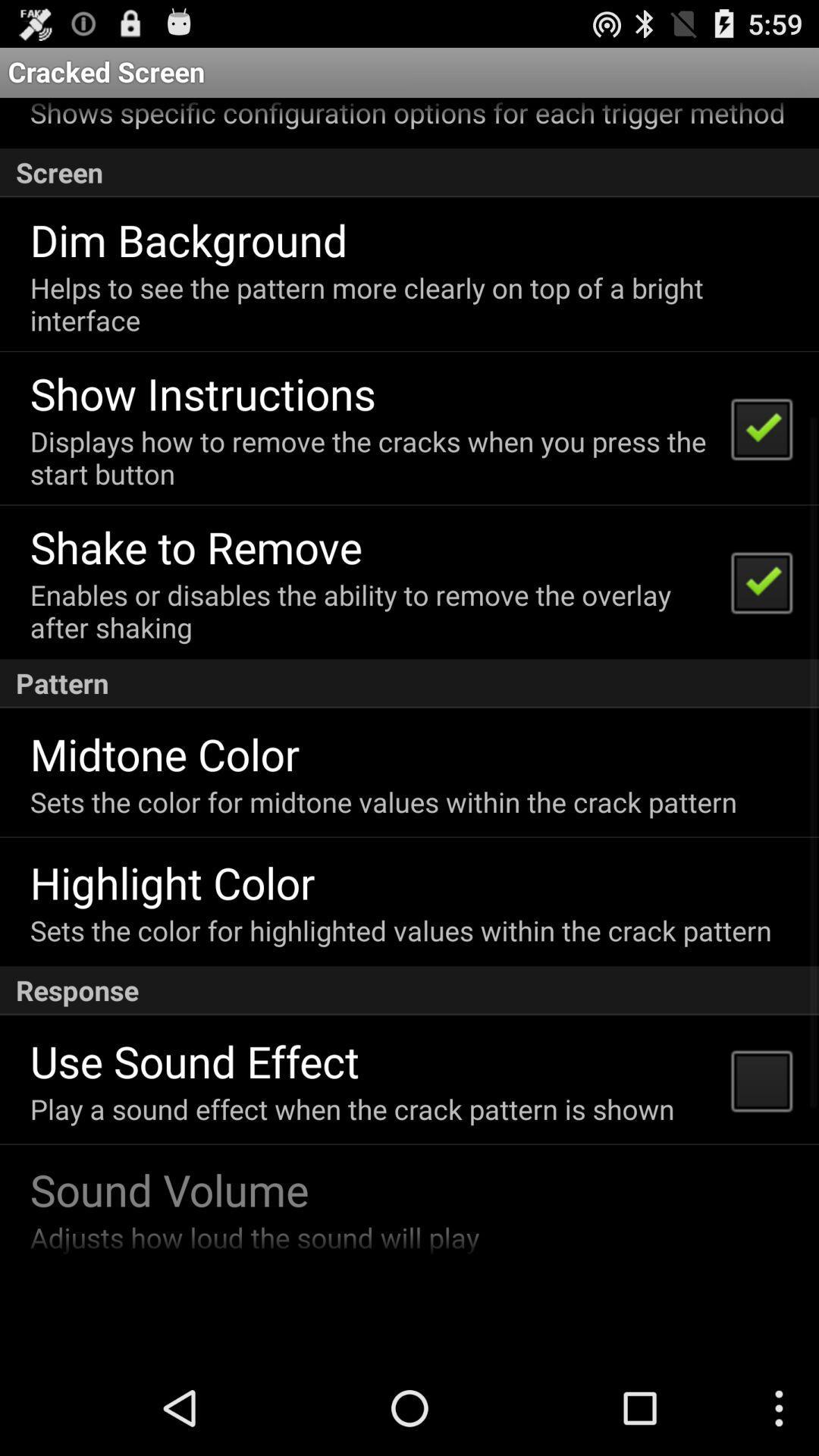 The width and height of the screenshot is (819, 1456). I want to click on show instructions icon, so click(202, 393).